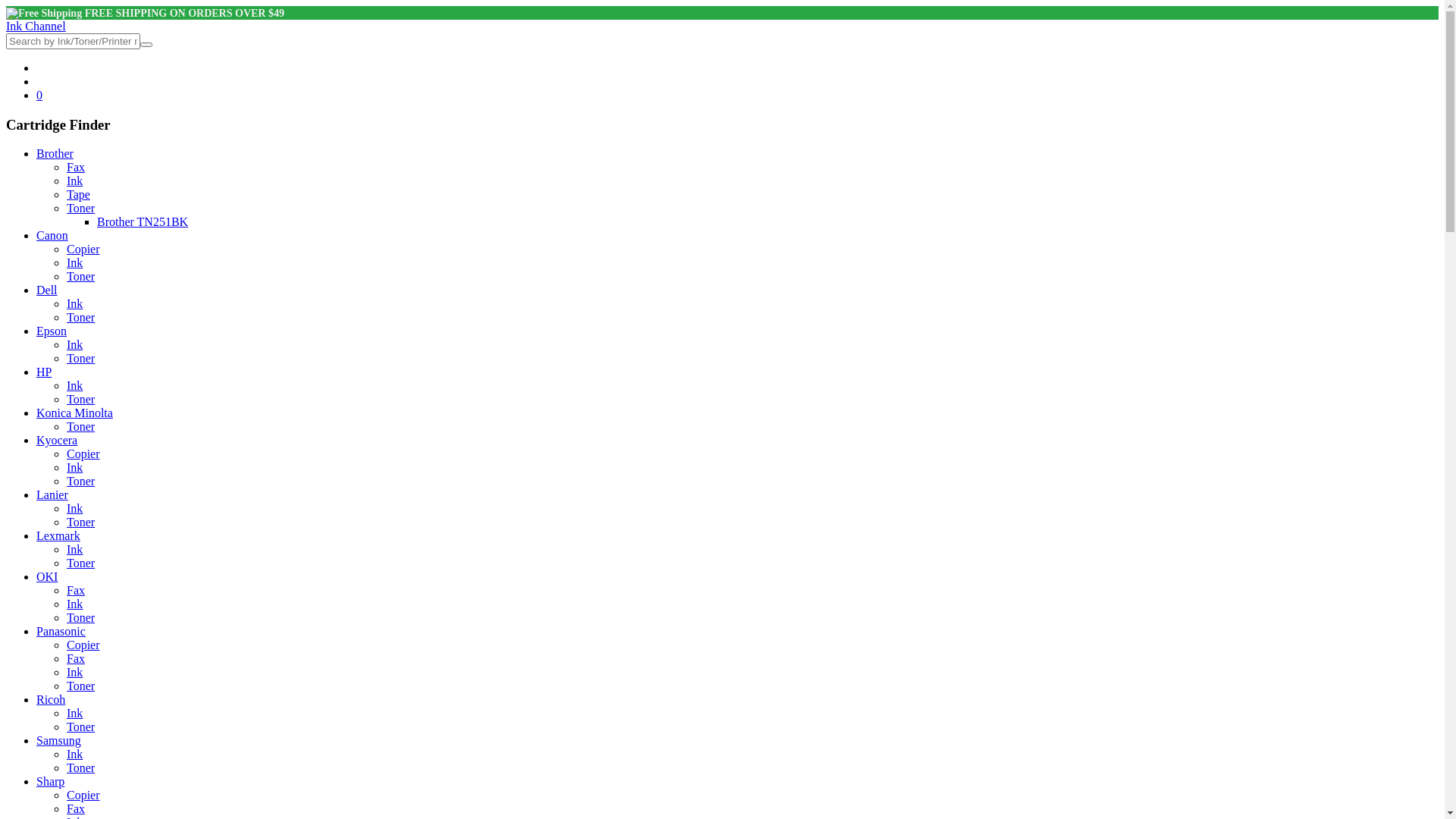  What do you see at coordinates (6, 26) in the screenshot?
I see `'Ink Channel'` at bounding box center [6, 26].